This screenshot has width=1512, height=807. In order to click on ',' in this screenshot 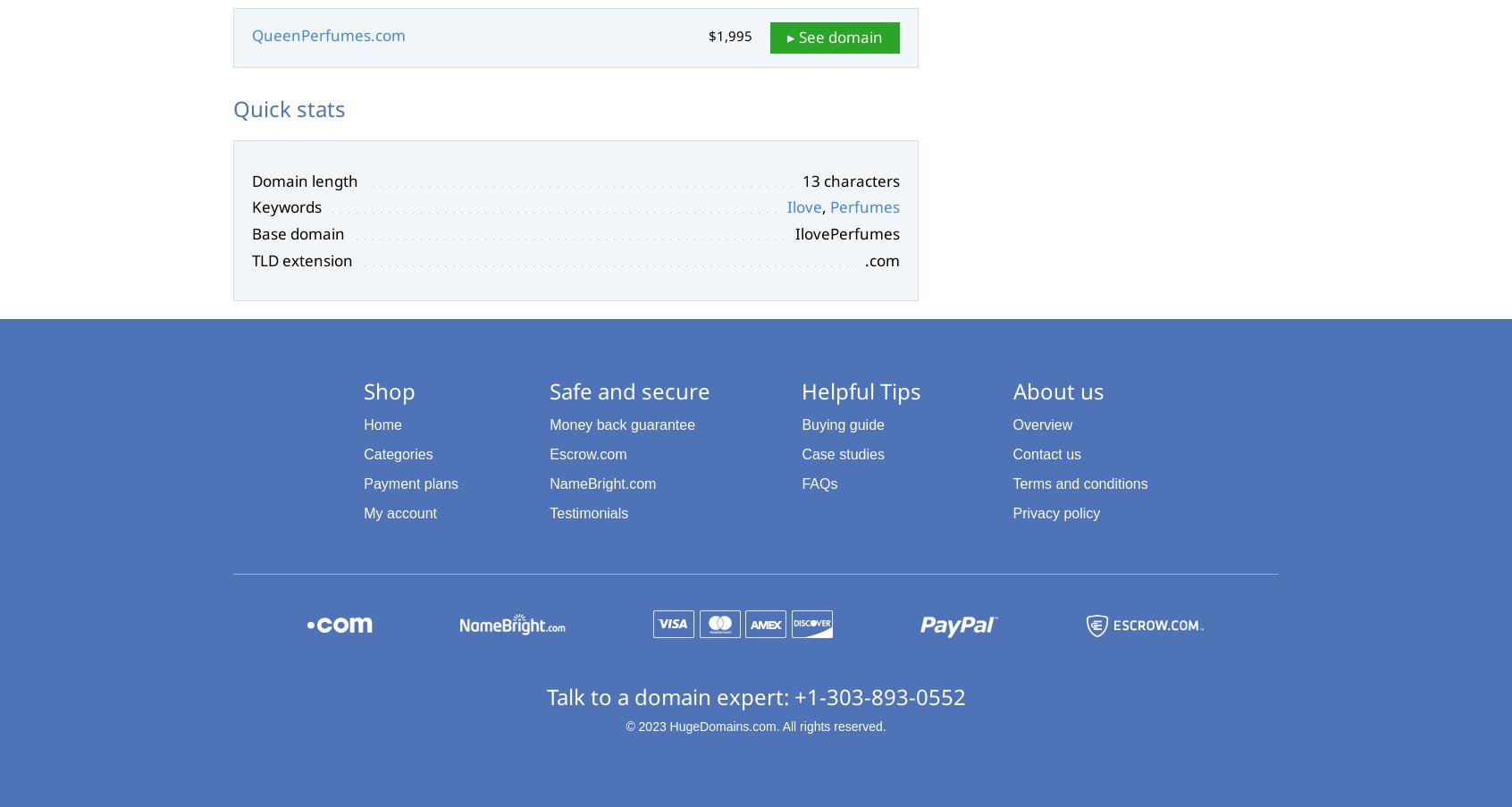, I will do `click(826, 206)`.